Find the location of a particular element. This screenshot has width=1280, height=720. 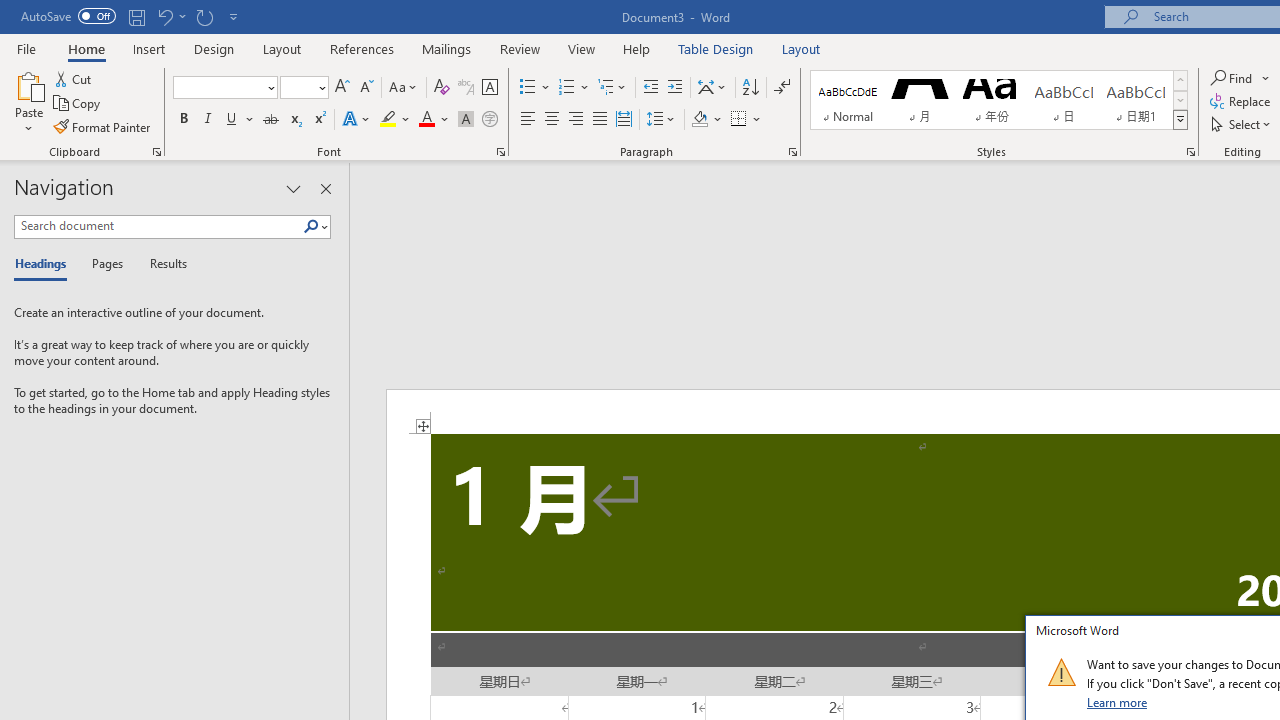

'Select' is located at coordinates (1241, 124).